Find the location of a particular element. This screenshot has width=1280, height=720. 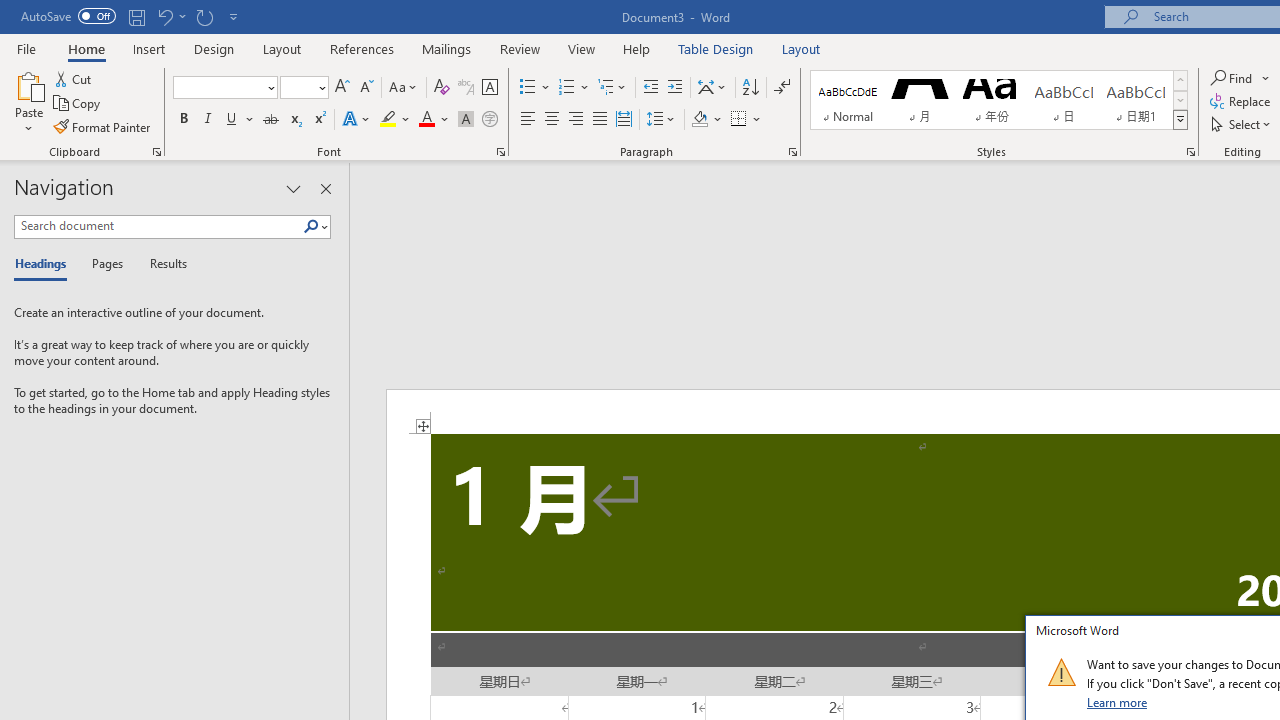

'Select' is located at coordinates (1241, 124).